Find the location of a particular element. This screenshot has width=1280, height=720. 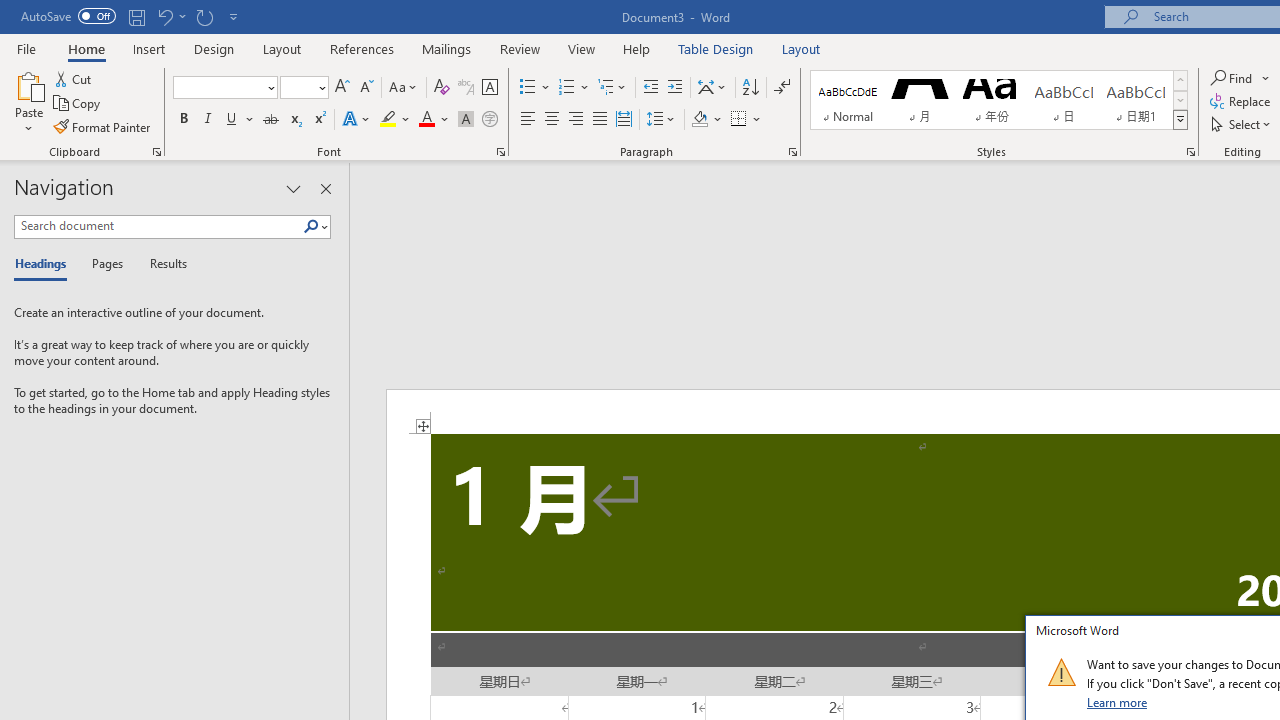

'Select' is located at coordinates (1241, 124).